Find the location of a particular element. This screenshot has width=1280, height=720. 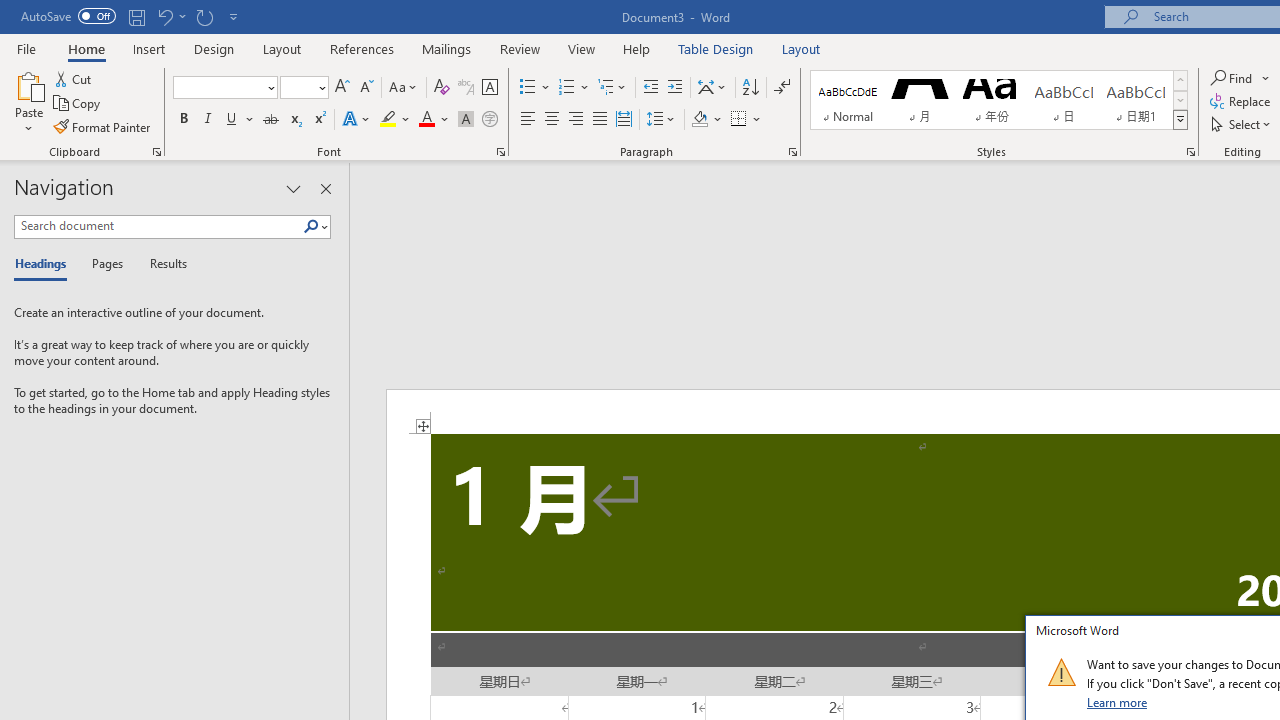

'Select' is located at coordinates (1241, 124).